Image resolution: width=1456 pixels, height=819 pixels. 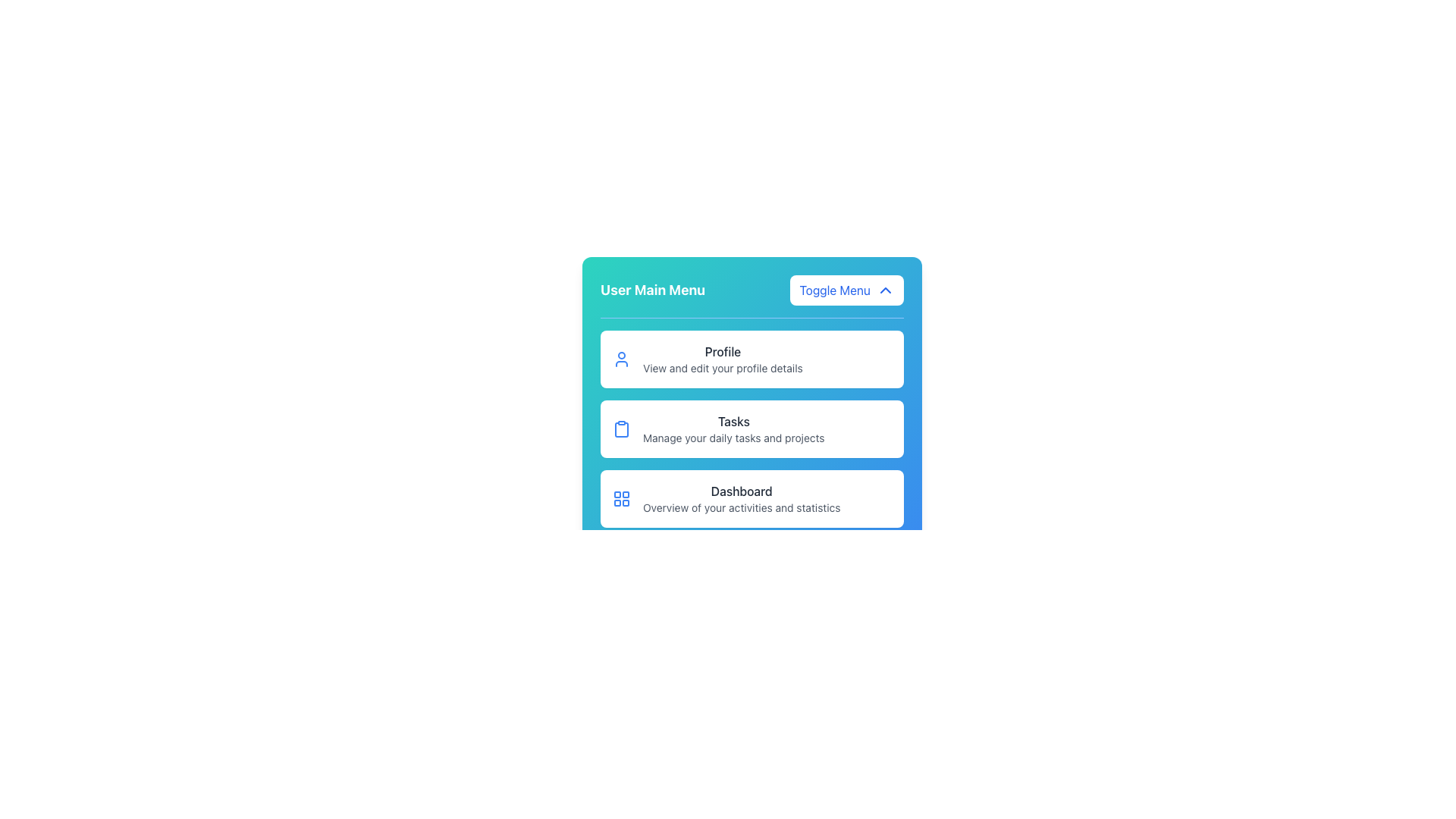 What do you see at coordinates (742, 491) in the screenshot?
I see `text label indicating 'Dashboard' located at the bottom section of the 'User Main Menu' interface, under the 'Tasks' section` at bounding box center [742, 491].